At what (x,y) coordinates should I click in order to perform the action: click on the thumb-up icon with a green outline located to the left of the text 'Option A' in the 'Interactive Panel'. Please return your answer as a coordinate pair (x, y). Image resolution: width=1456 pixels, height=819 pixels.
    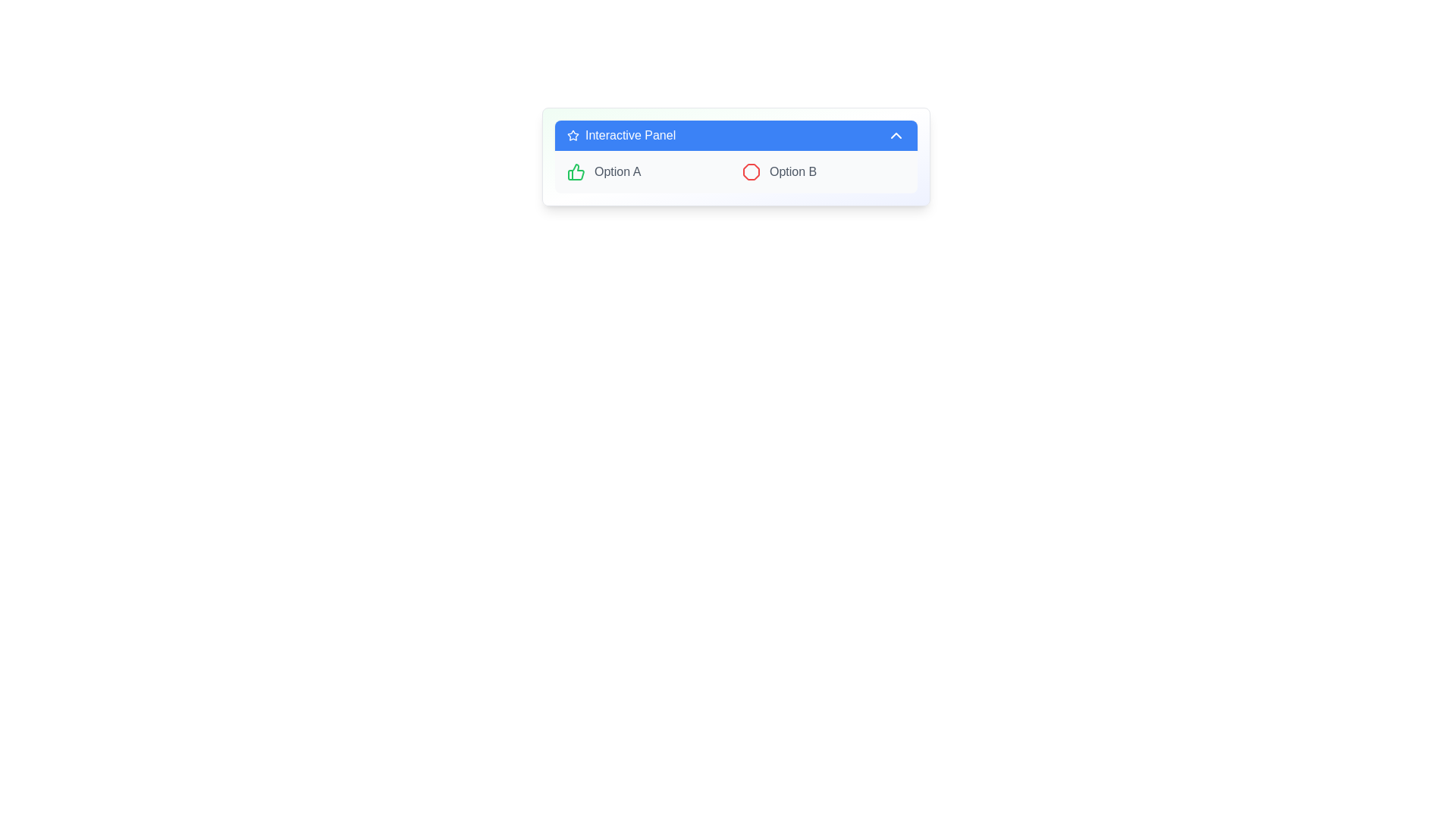
    Looking at the image, I should click on (575, 171).